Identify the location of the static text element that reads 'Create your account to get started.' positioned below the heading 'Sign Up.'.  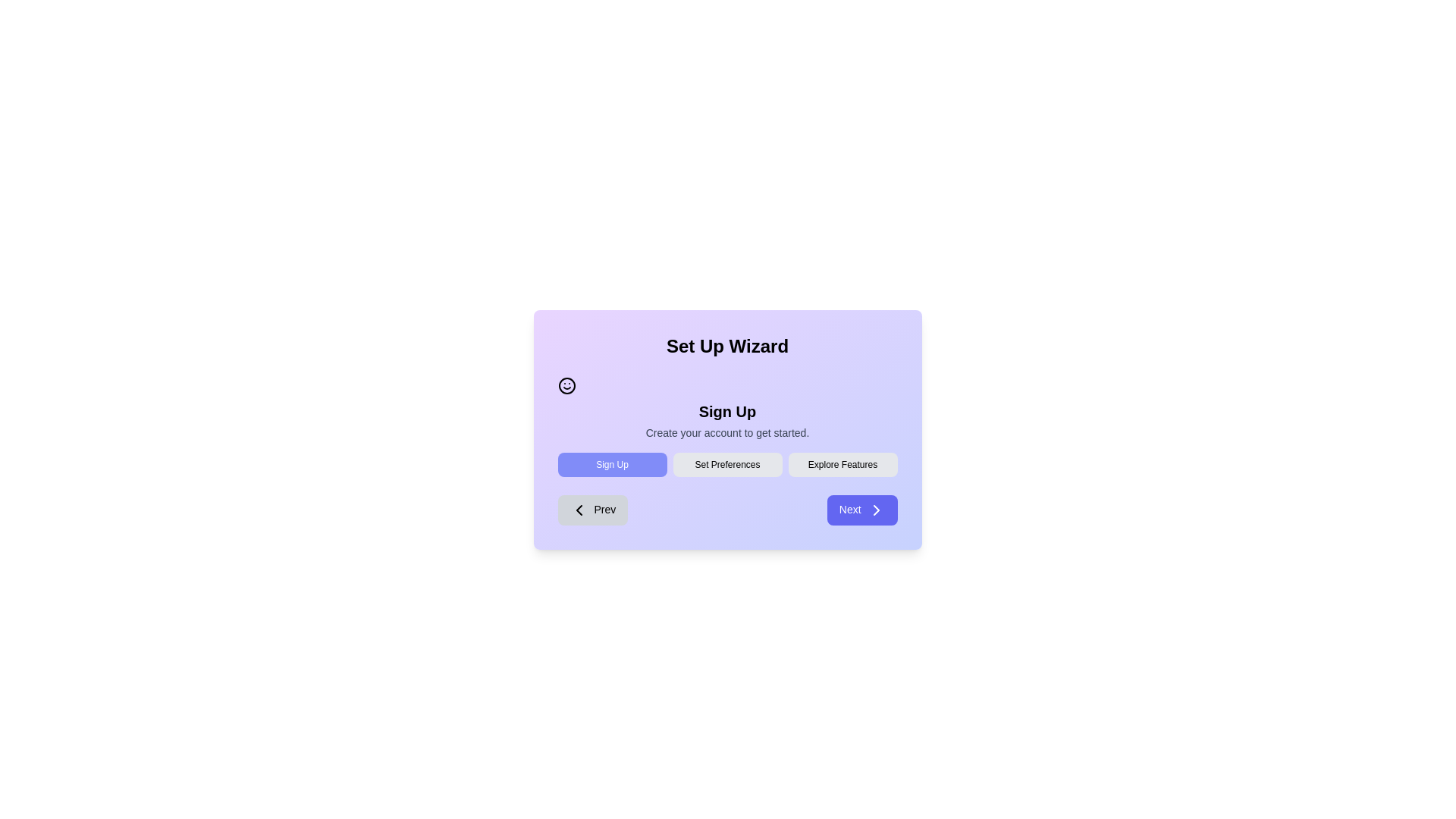
(726, 432).